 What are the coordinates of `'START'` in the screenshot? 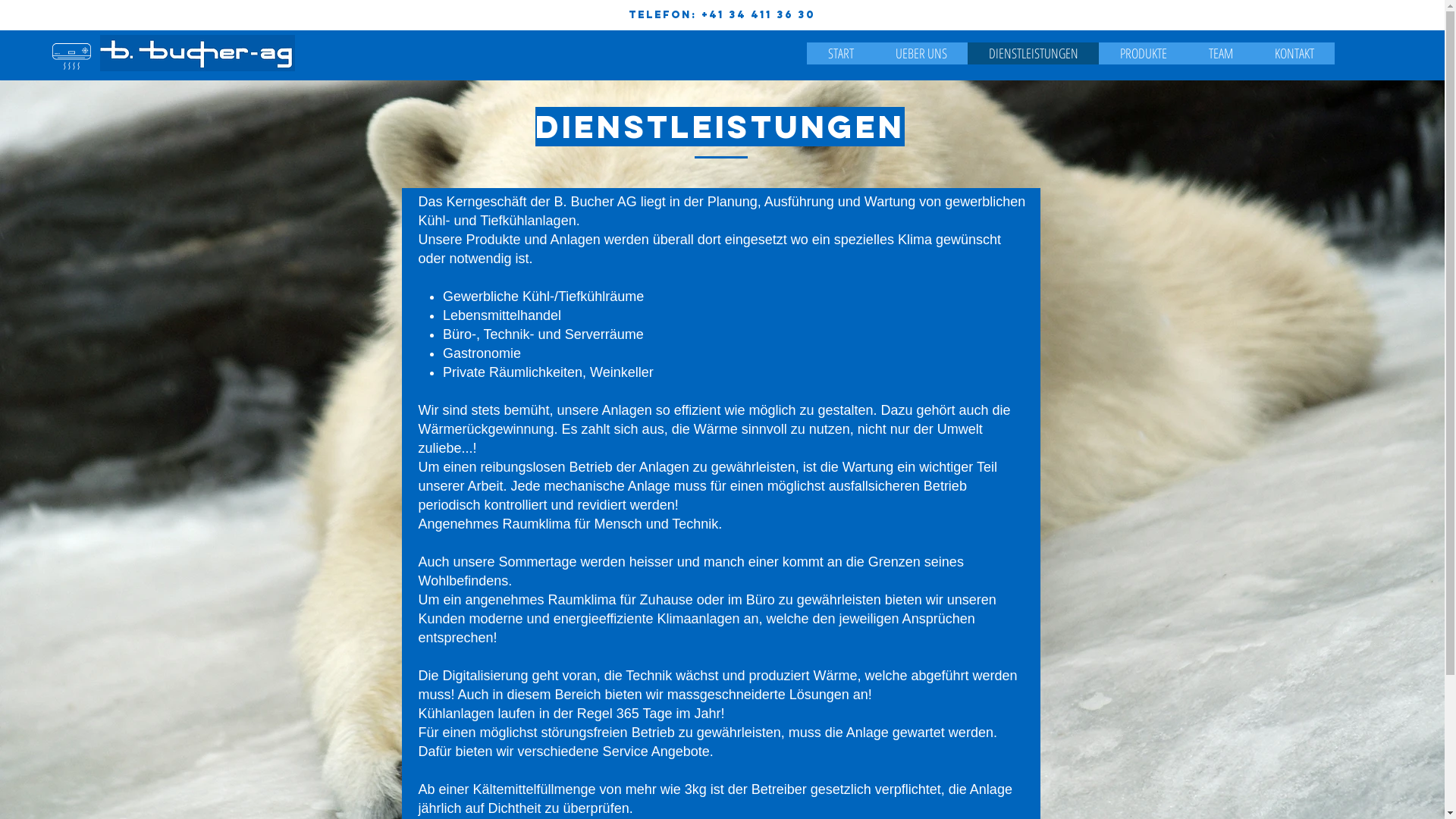 It's located at (839, 52).